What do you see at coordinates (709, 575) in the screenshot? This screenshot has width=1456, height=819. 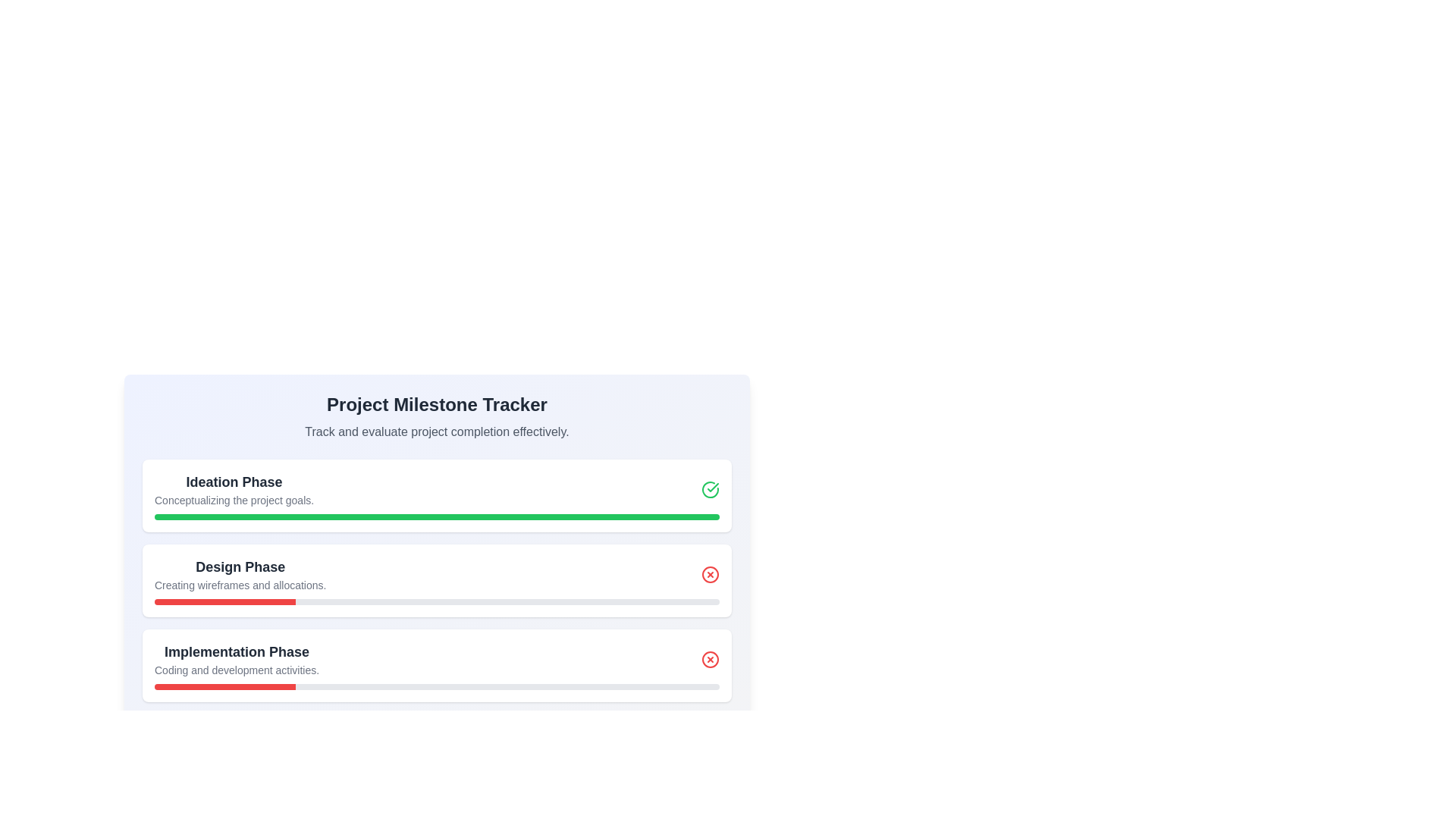 I see `the SVG circle element that indicates cancellation or error status, located in the middle of a circular icon with a cross, which is the second icon to the right of the 'Design Phase' list item in the 'Project Milestone Tracker' module` at bounding box center [709, 575].